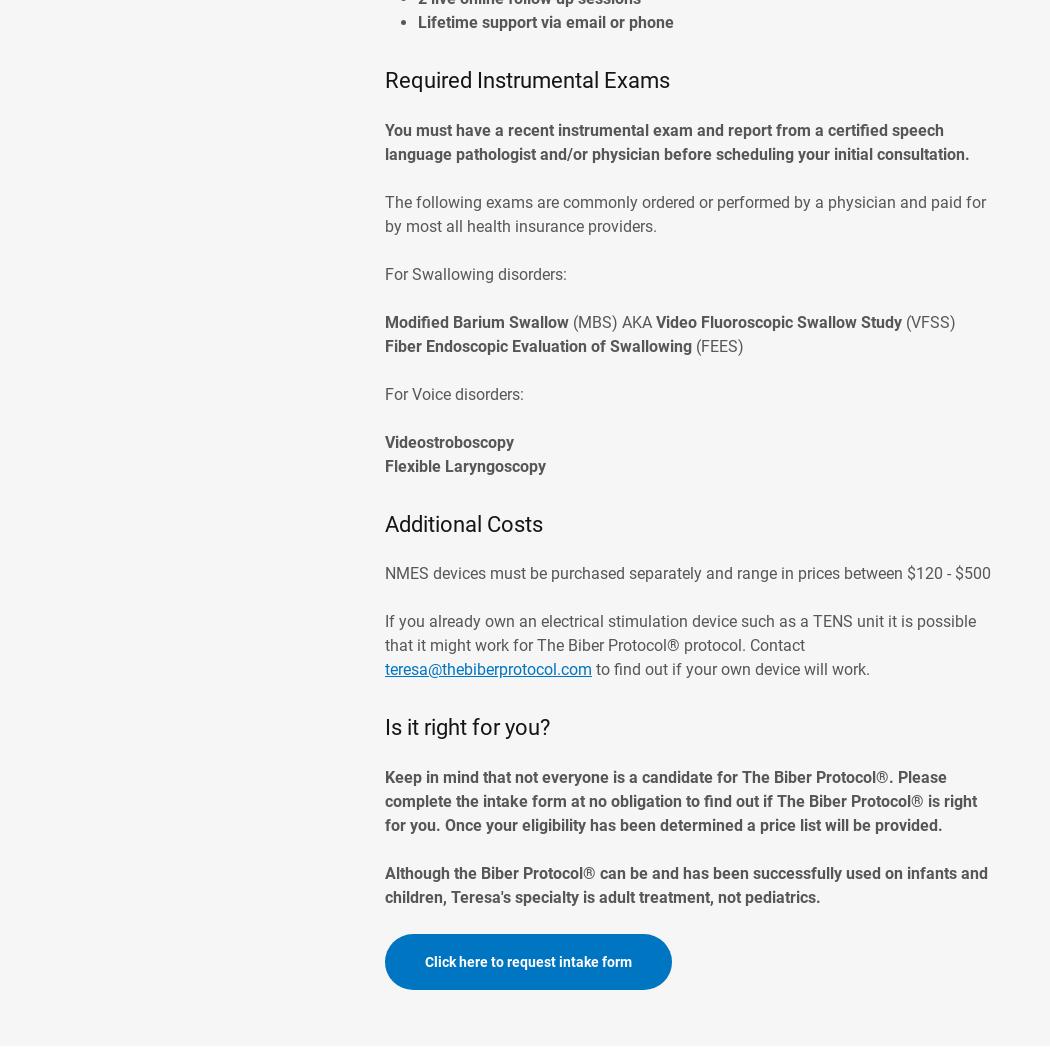 This screenshot has height=1063, width=1050. Describe the element at coordinates (931, 321) in the screenshot. I see `'(VFSS)'` at that location.